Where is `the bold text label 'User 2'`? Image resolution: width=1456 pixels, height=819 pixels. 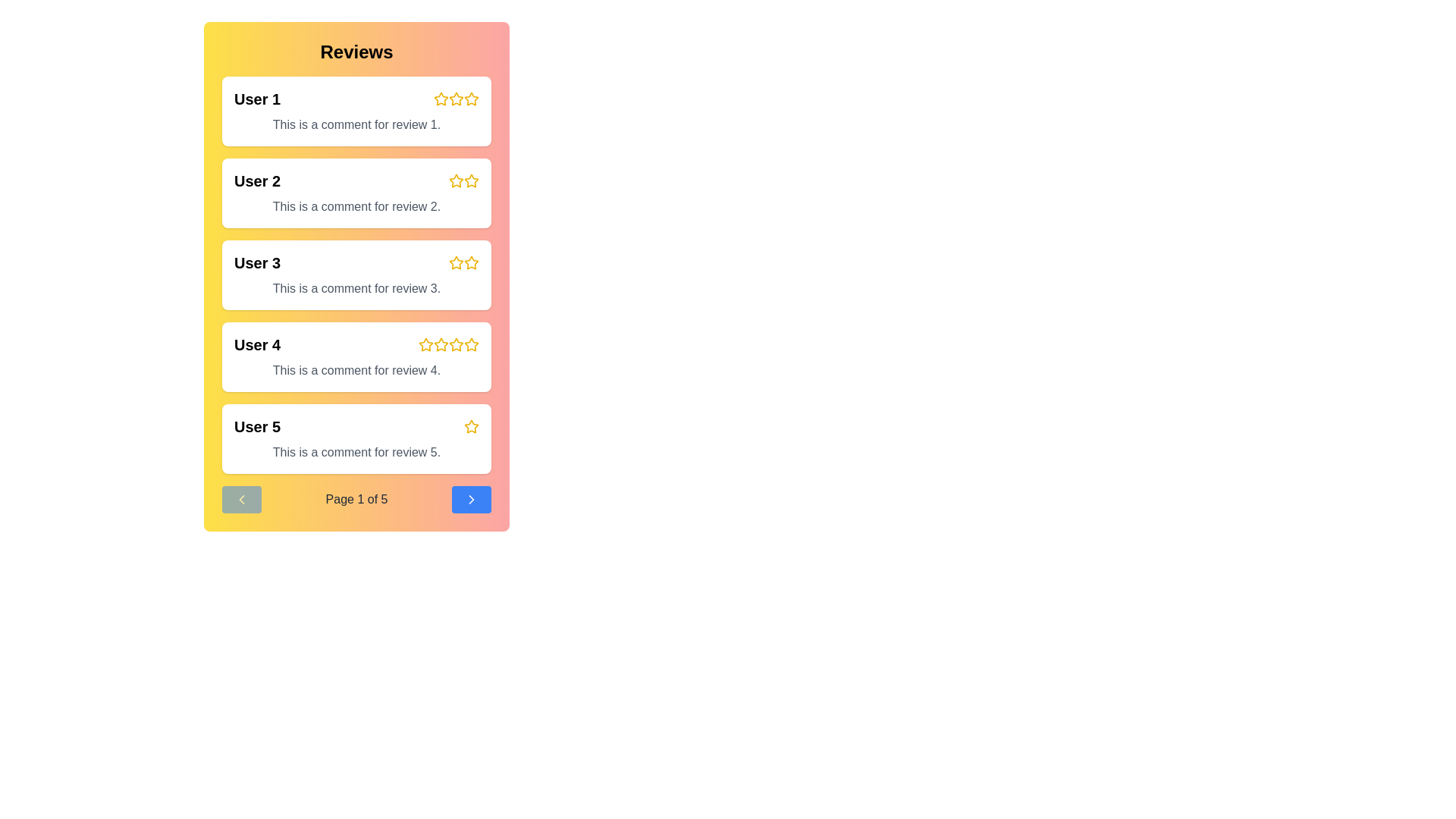
the bold text label 'User 2' is located at coordinates (257, 180).